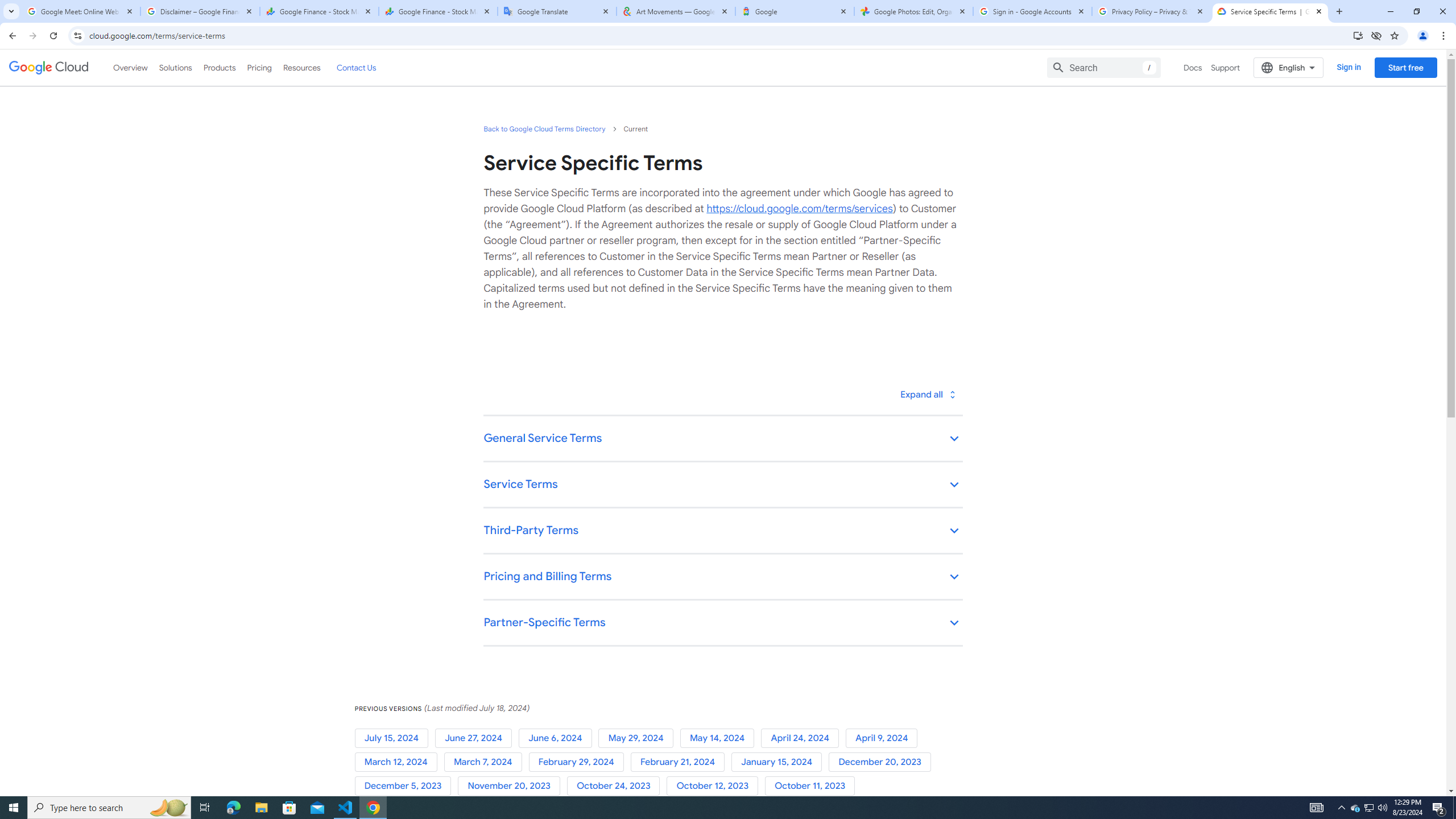  What do you see at coordinates (927, 394) in the screenshot?
I see `'Toggle all'` at bounding box center [927, 394].